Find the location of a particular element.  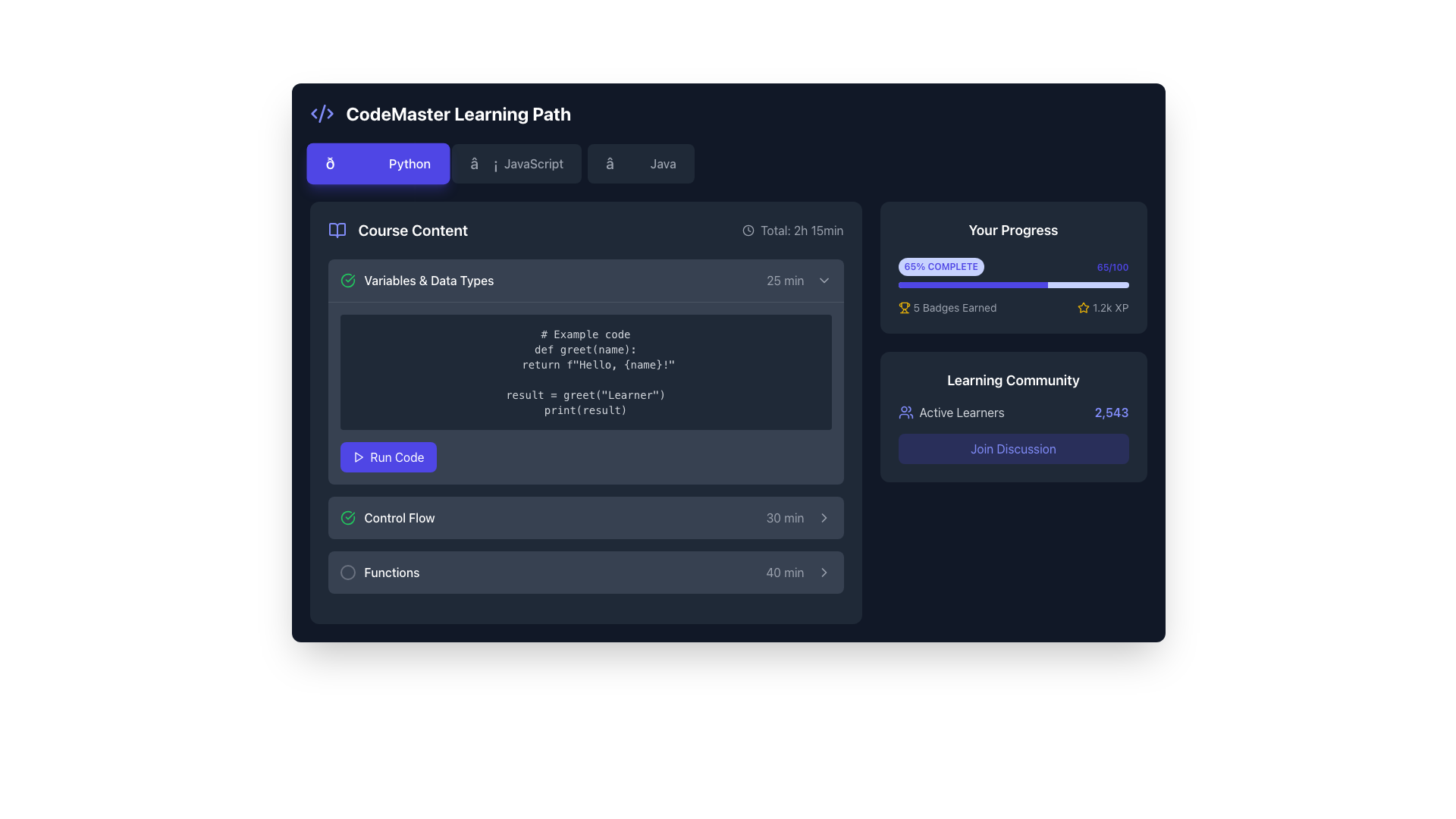

text label displaying the total estimated time duration of content or tasks in the top-right corner of the 'Course Content' section, next to the clock icon is located at coordinates (801, 231).